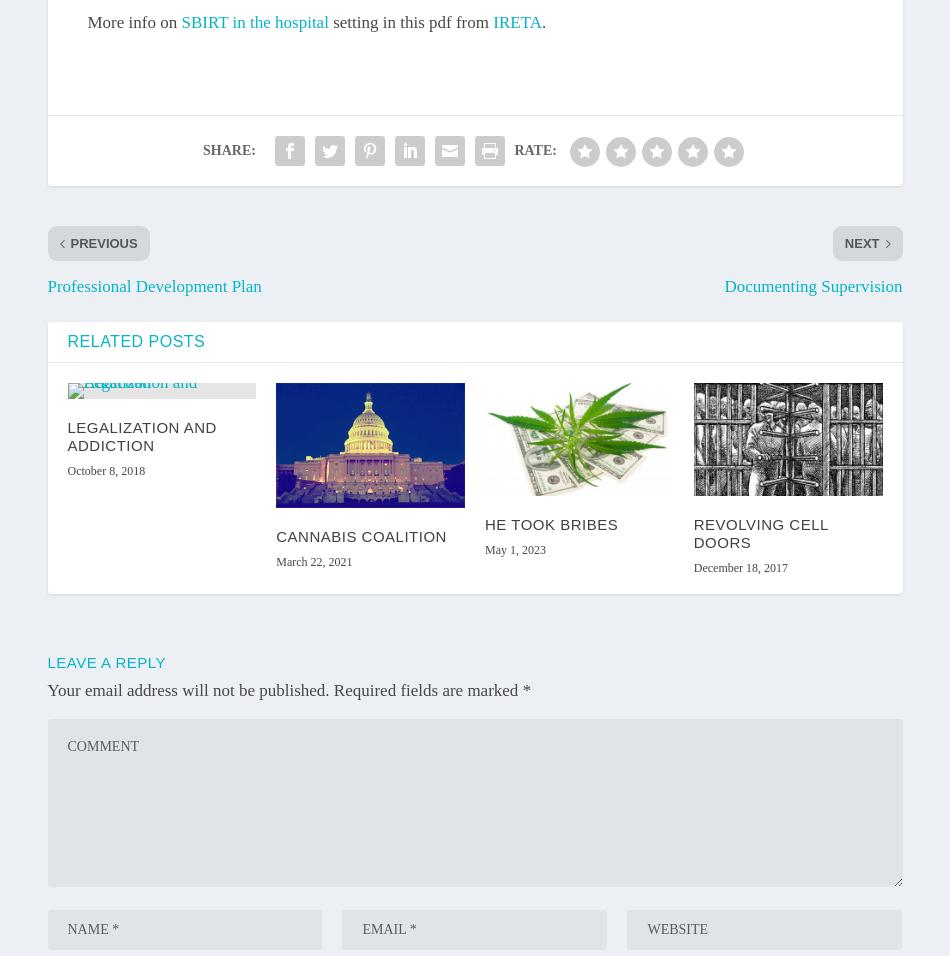  I want to click on 'Your email address will not be published.', so click(188, 689).